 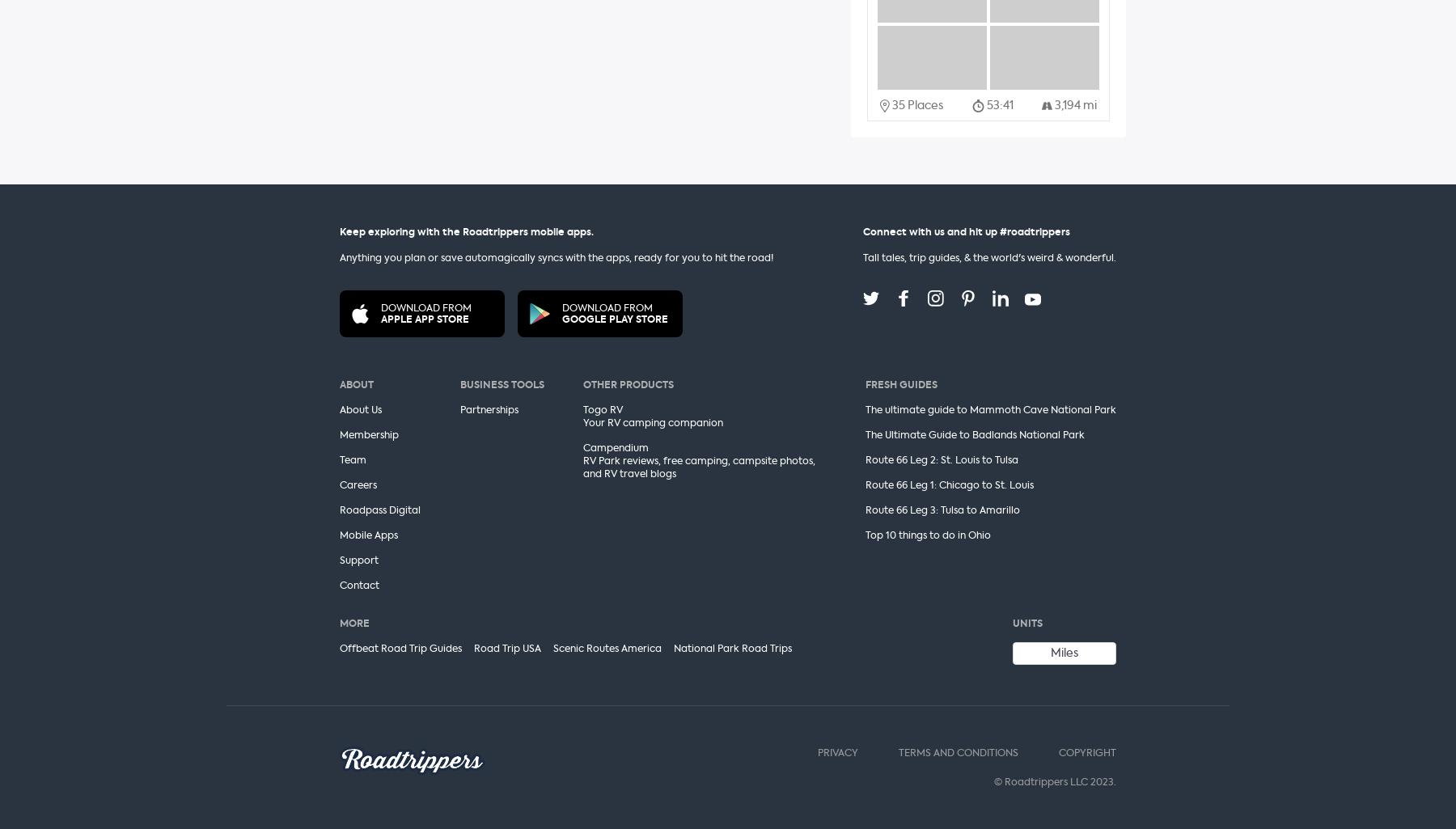 I want to click on 'Tall tales, trip guides, & the world's weird & wonderful.', so click(x=988, y=257).